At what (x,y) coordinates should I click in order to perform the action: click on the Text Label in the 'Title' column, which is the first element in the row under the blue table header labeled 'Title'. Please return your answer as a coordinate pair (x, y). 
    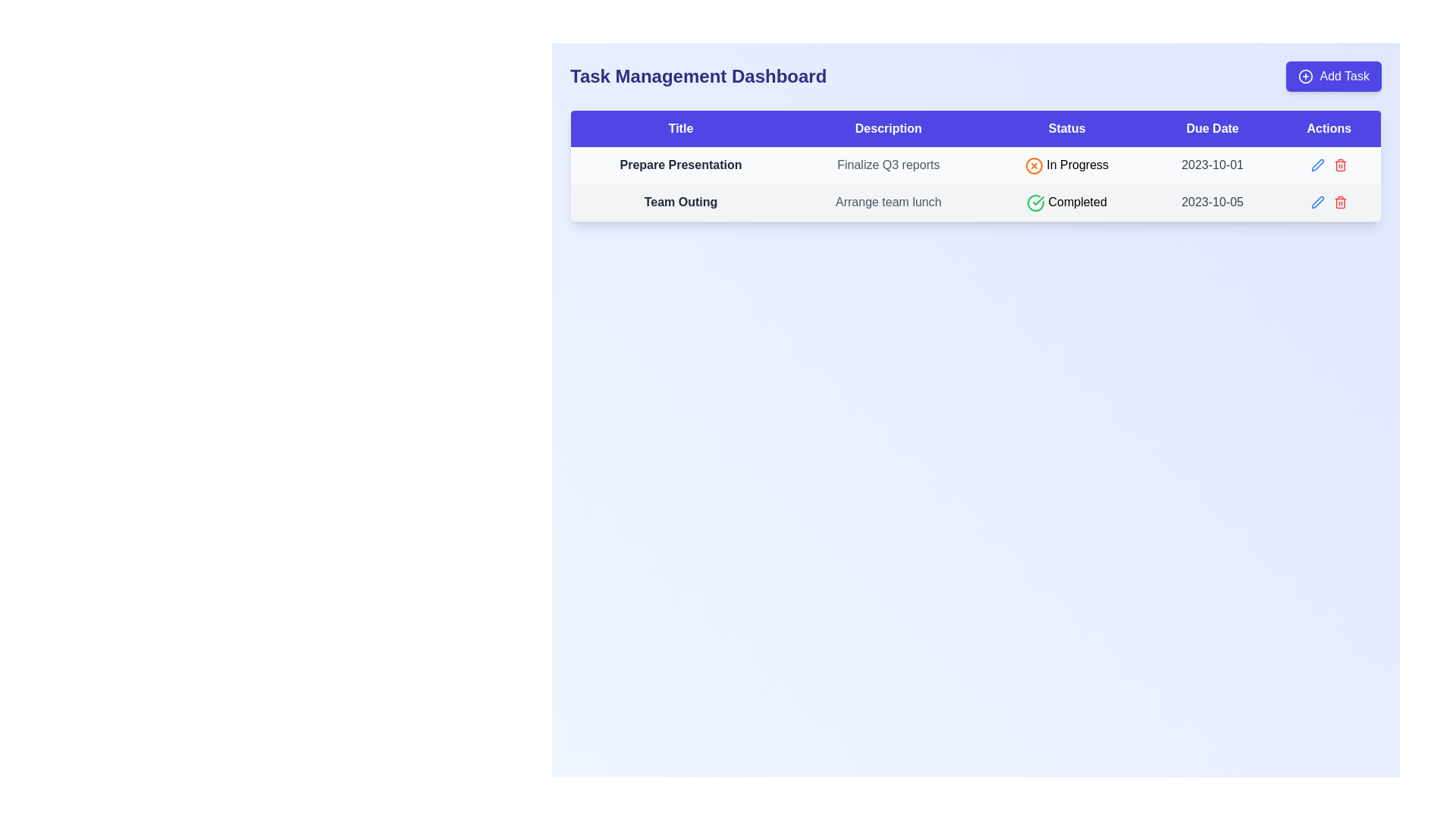
    Looking at the image, I should click on (679, 165).